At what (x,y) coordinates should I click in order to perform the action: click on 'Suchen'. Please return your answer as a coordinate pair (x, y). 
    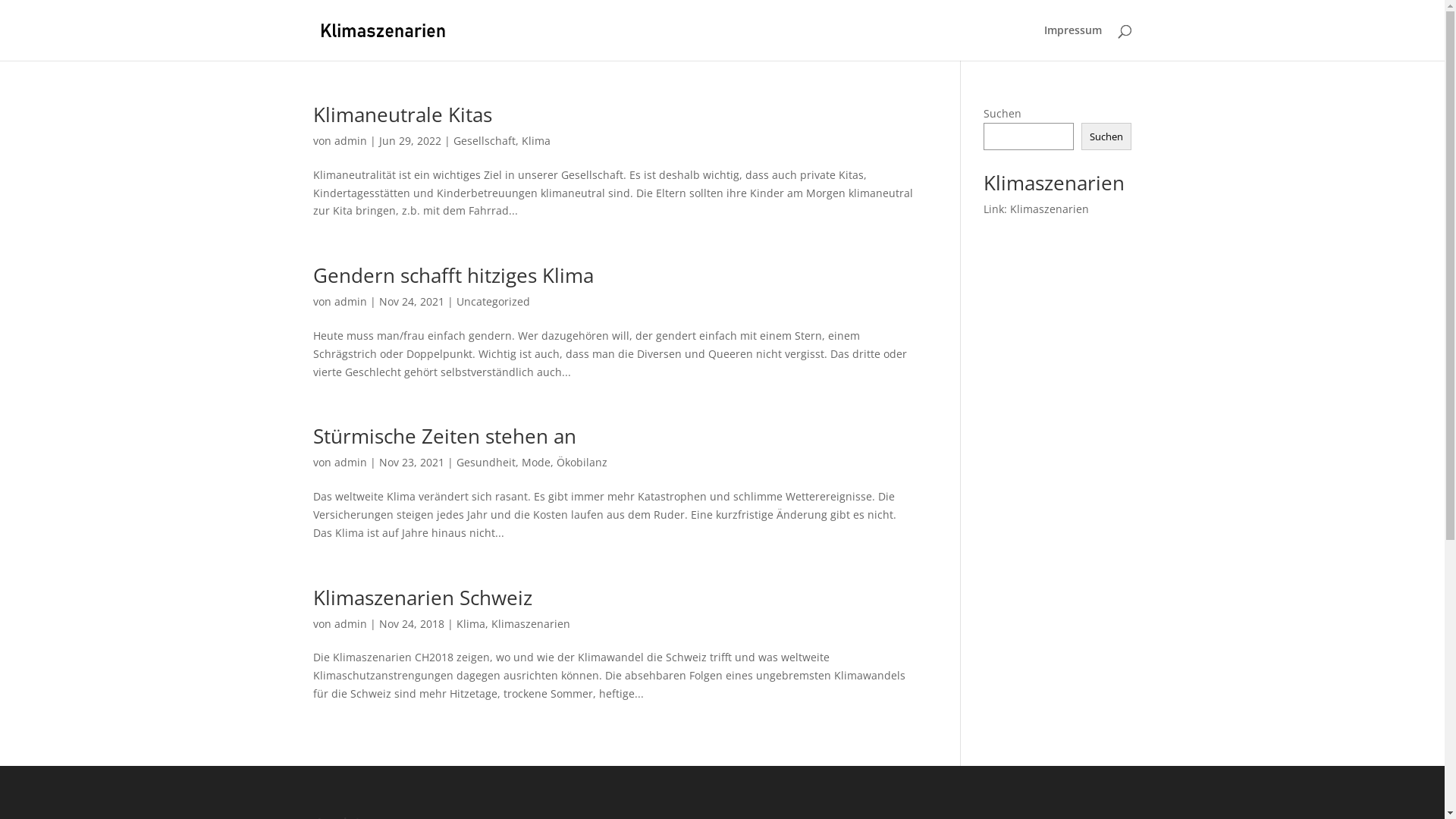
    Looking at the image, I should click on (1106, 136).